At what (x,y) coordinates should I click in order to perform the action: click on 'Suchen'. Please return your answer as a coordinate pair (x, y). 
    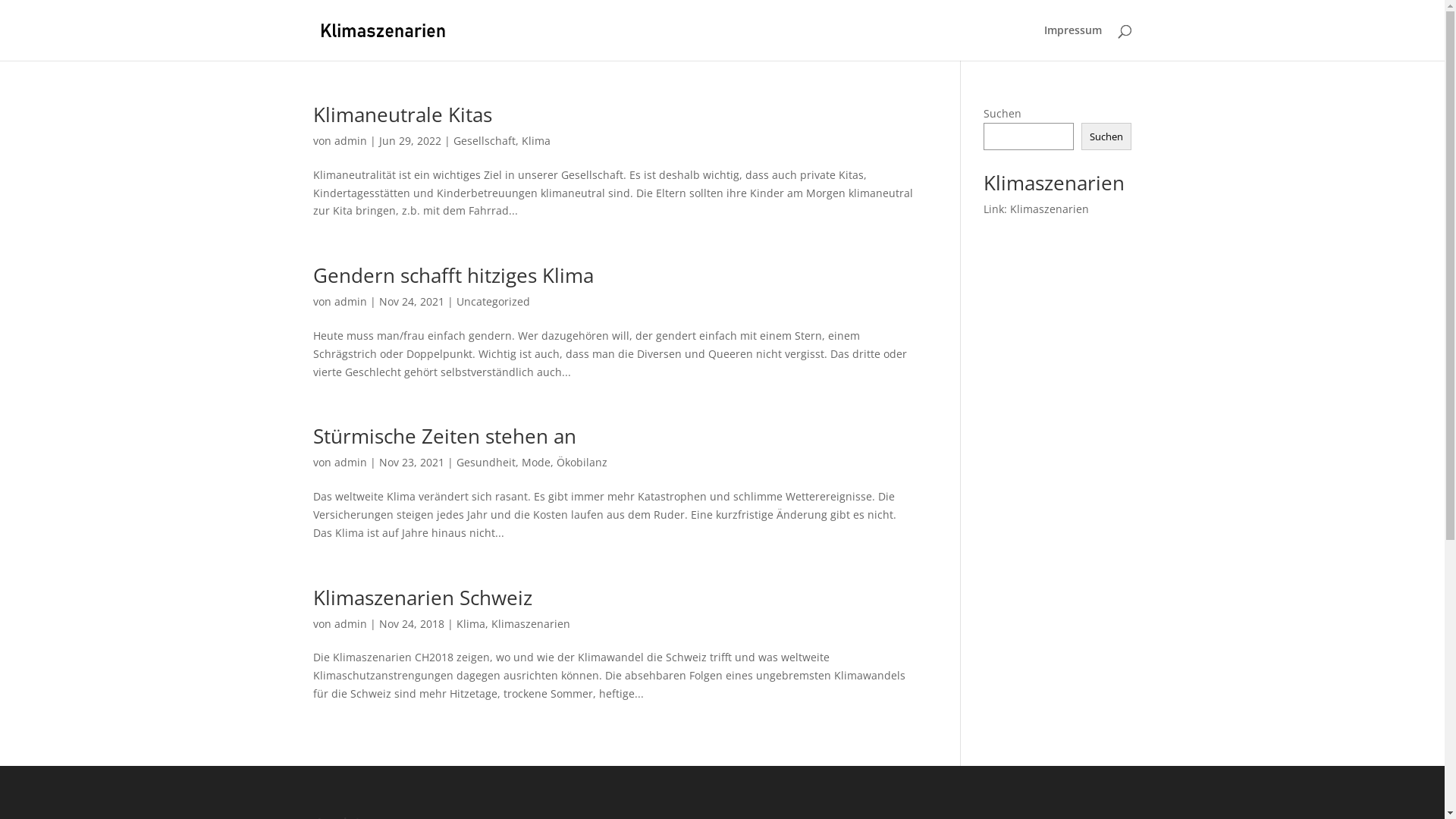
    Looking at the image, I should click on (1106, 136).